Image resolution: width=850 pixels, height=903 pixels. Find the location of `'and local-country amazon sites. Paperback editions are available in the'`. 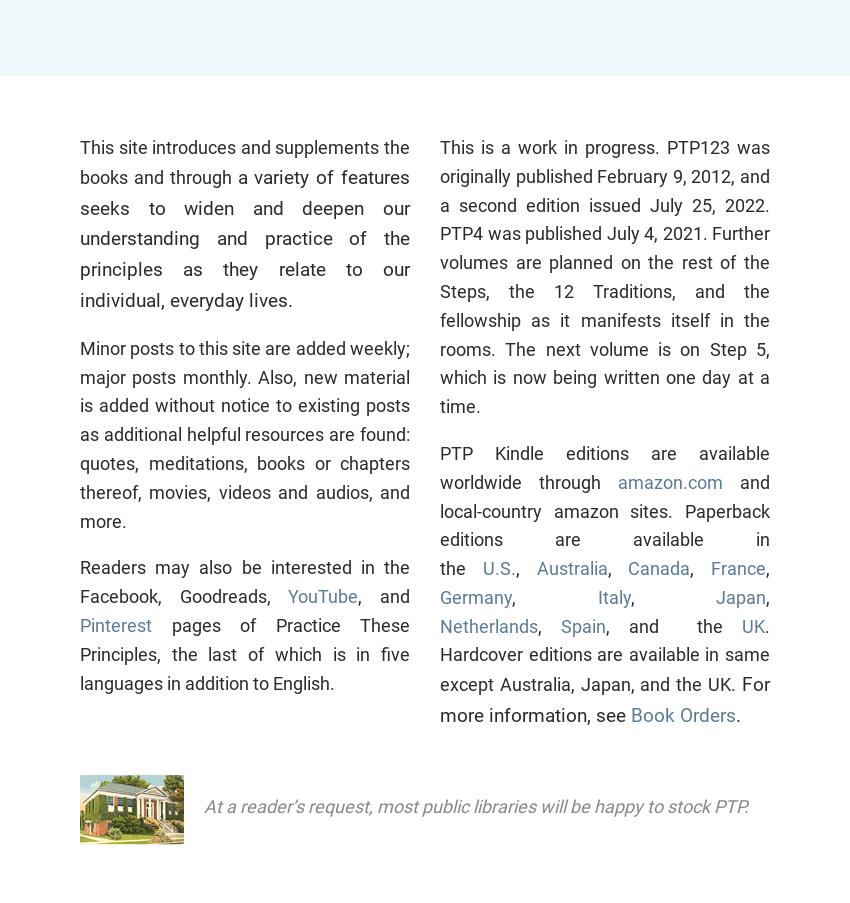

'and local-country amazon sites. Paperback editions are available in the' is located at coordinates (604, 524).